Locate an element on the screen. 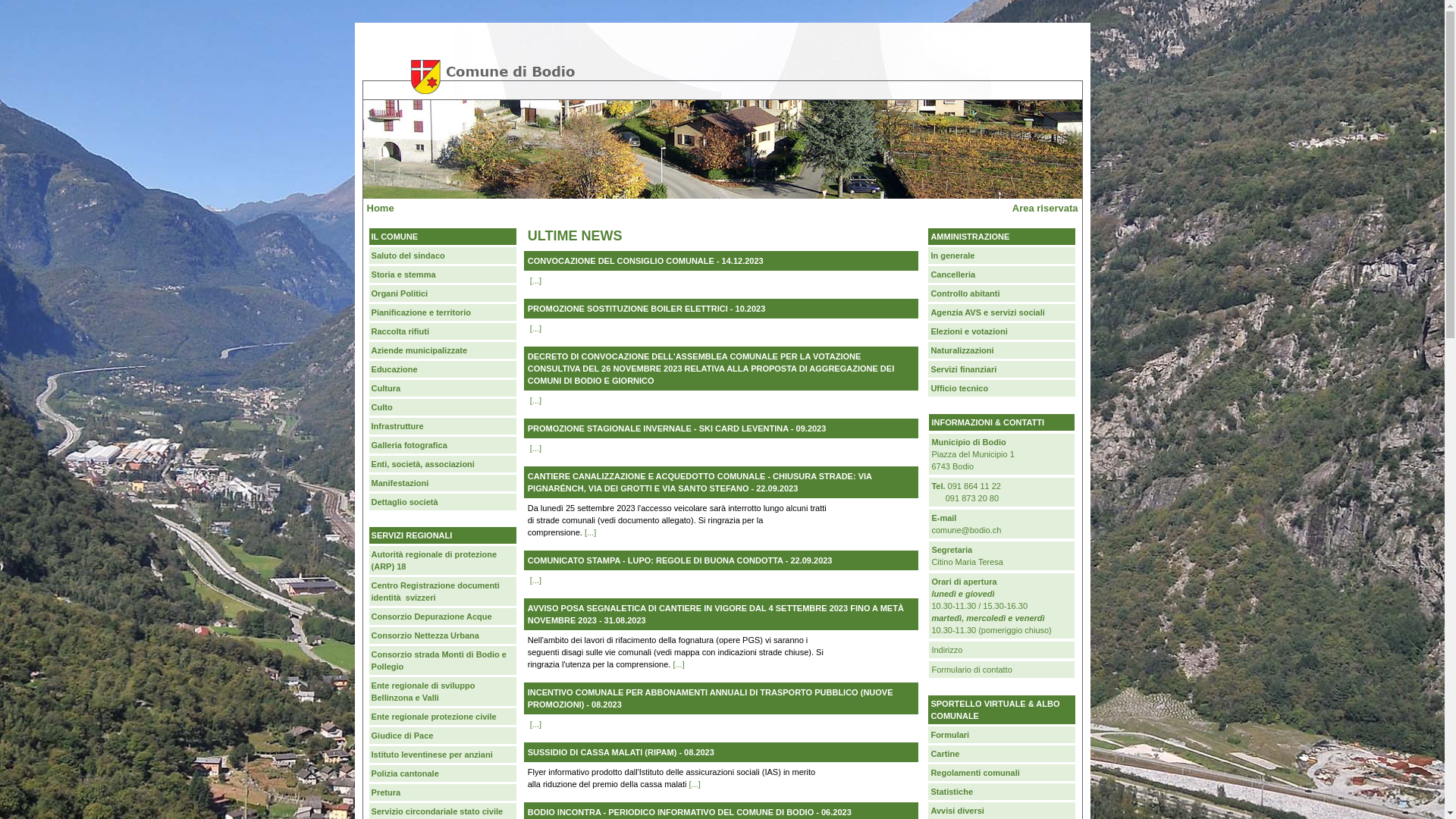  'Consorzio Nettezza Urbana' is located at coordinates (442, 635).